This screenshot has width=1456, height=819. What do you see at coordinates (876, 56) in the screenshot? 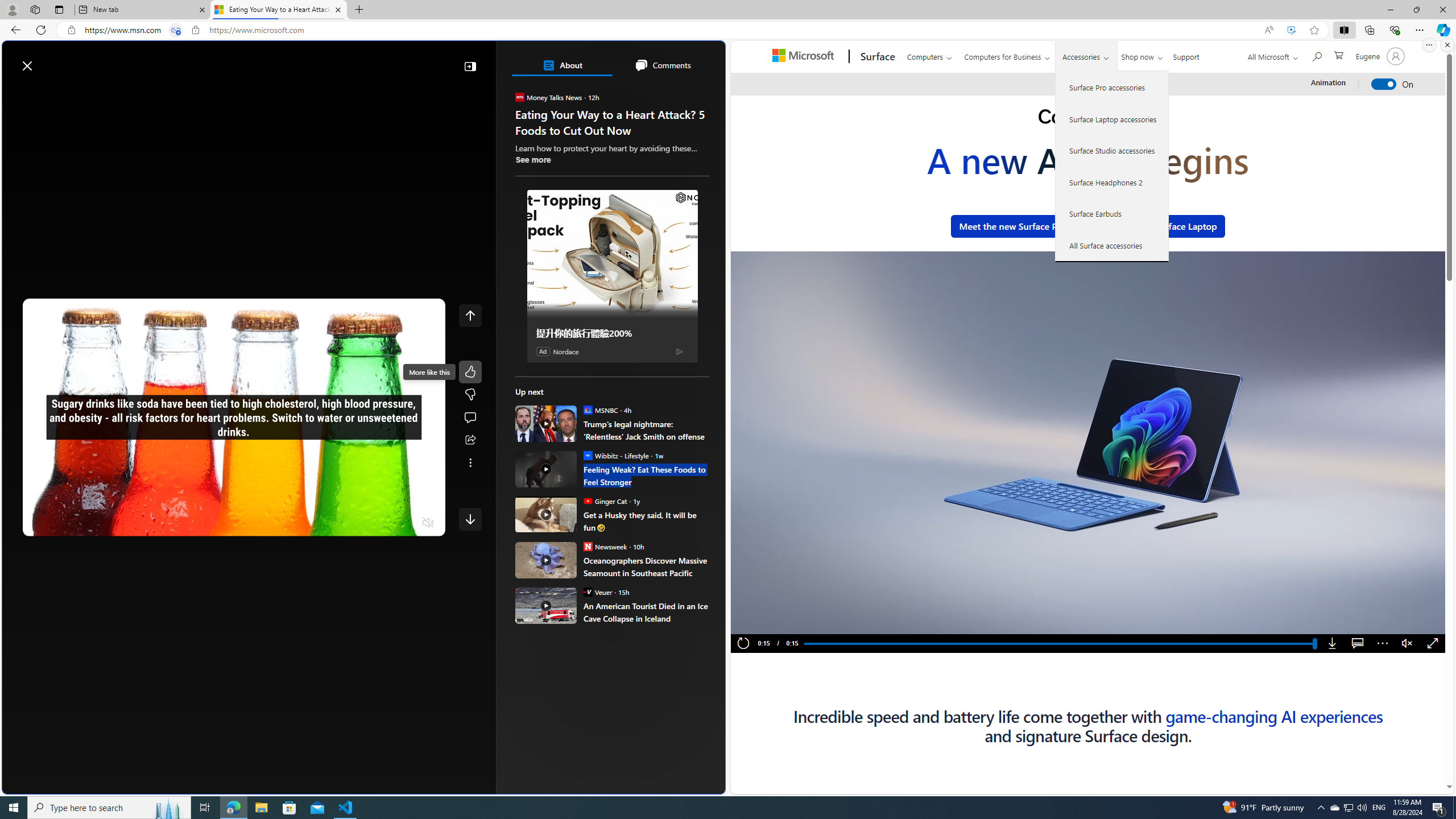
I see `'Surface'` at bounding box center [876, 56].